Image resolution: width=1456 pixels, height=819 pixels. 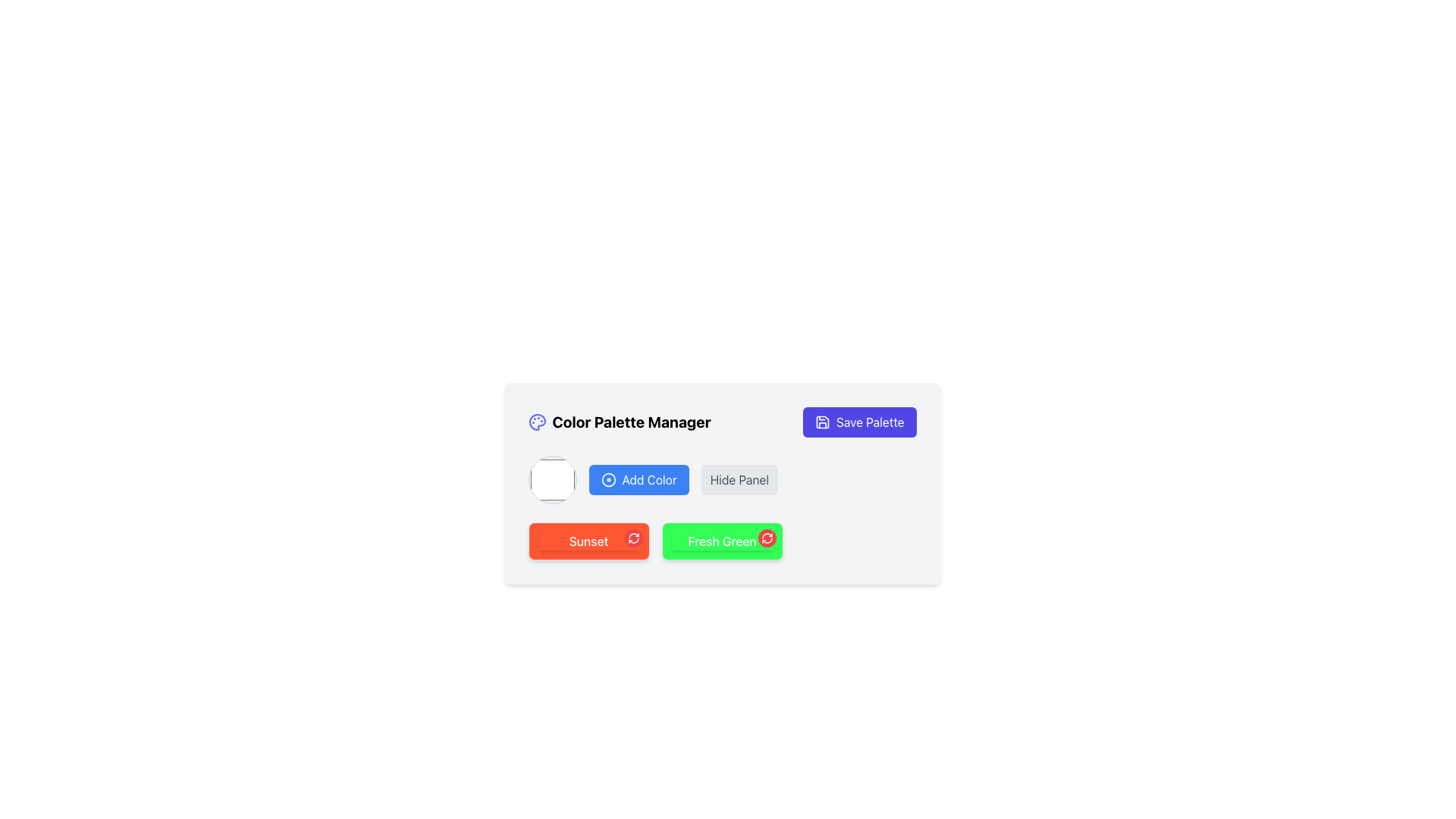 What do you see at coordinates (859, 422) in the screenshot?
I see `the save button located at the top-right corner of the 'Color Palette Manager' dialogue box to activate its hover effect` at bounding box center [859, 422].